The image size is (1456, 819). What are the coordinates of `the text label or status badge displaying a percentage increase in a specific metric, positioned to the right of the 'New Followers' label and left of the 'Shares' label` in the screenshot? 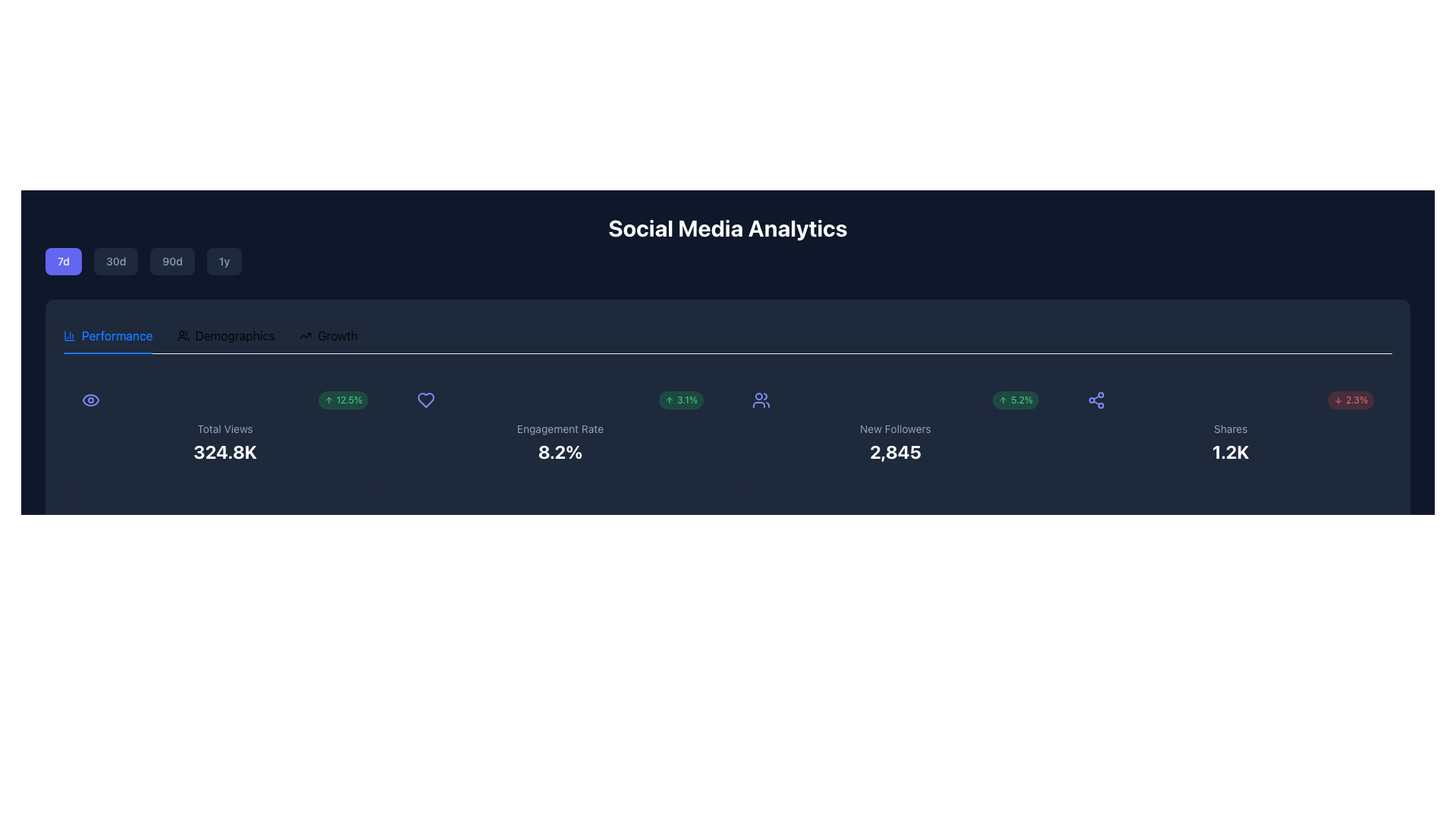 It's located at (1015, 400).